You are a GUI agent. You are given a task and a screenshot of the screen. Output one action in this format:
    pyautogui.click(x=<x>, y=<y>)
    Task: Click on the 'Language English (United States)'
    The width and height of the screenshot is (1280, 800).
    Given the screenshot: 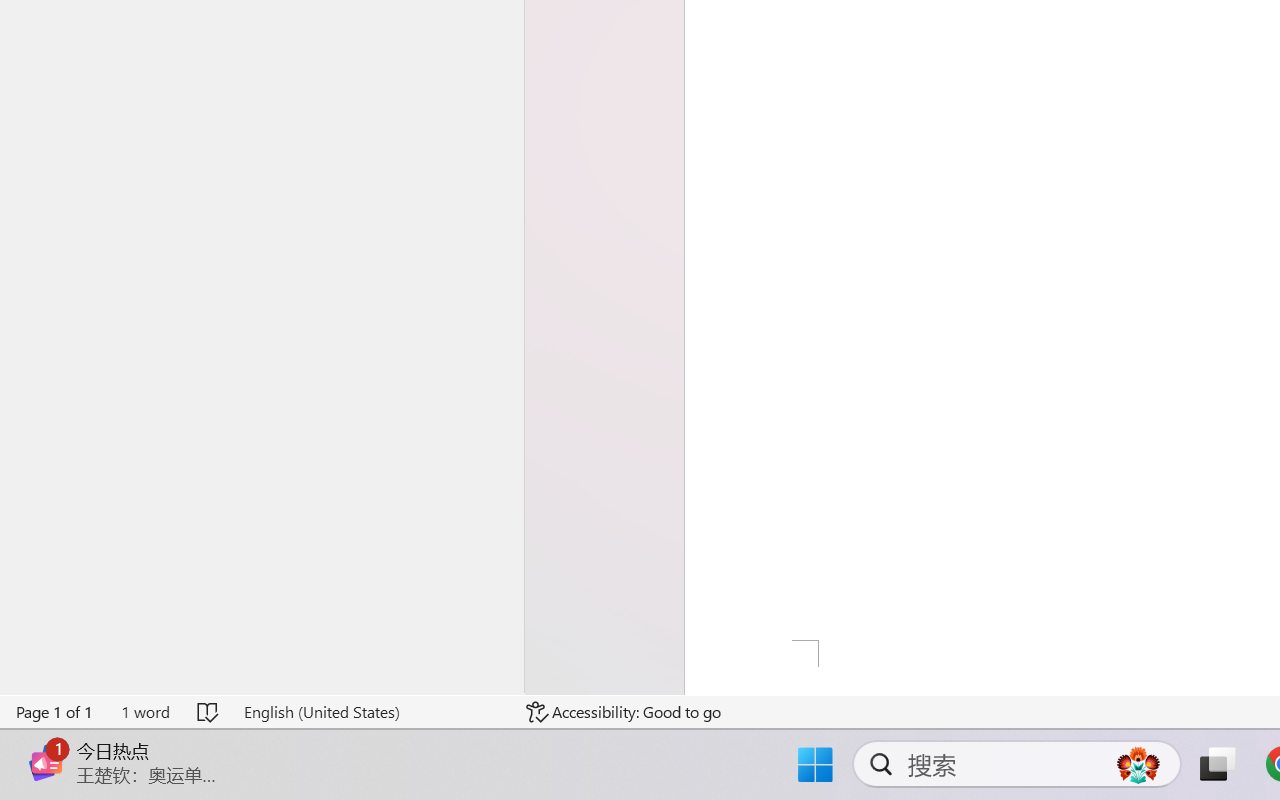 What is the action you would take?
    pyautogui.click(x=371, y=711)
    